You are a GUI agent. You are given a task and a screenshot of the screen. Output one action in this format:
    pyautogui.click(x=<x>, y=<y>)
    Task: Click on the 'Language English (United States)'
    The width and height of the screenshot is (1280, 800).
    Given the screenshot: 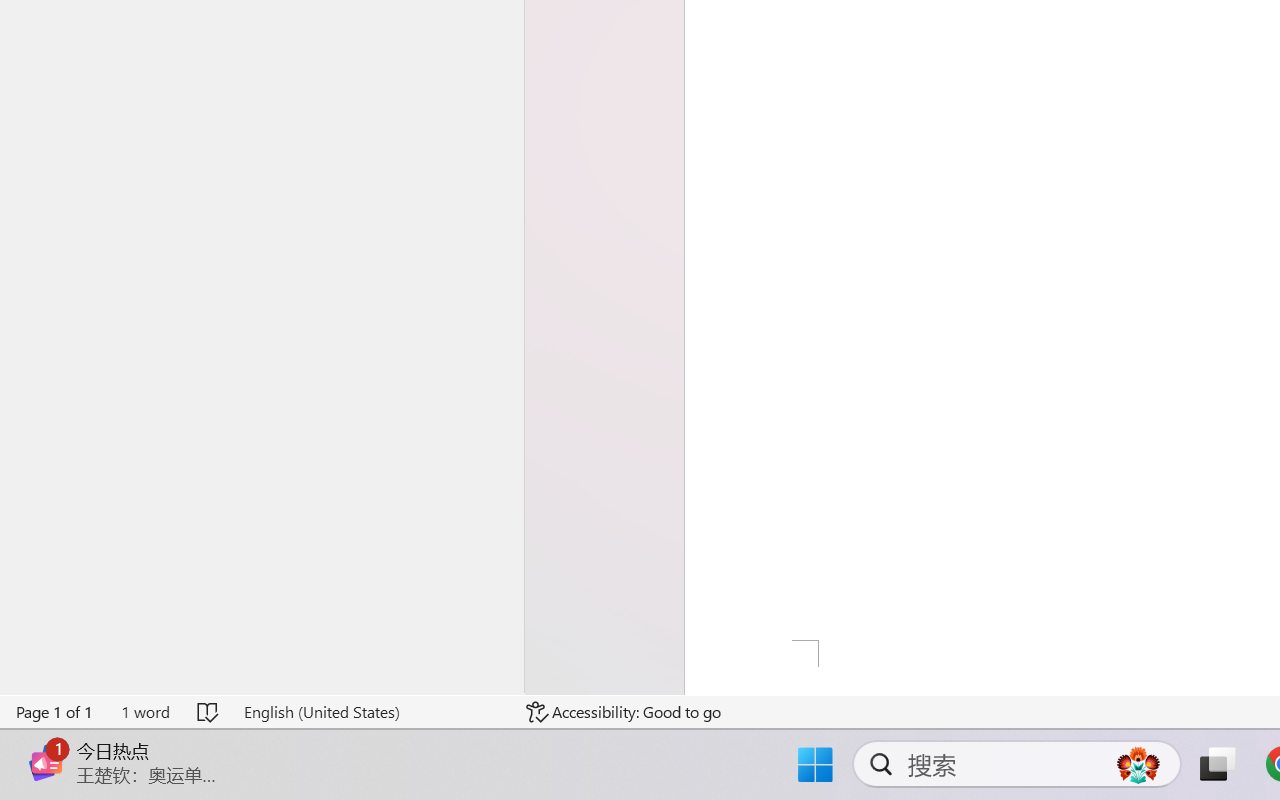 What is the action you would take?
    pyautogui.click(x=371, y=711)
    